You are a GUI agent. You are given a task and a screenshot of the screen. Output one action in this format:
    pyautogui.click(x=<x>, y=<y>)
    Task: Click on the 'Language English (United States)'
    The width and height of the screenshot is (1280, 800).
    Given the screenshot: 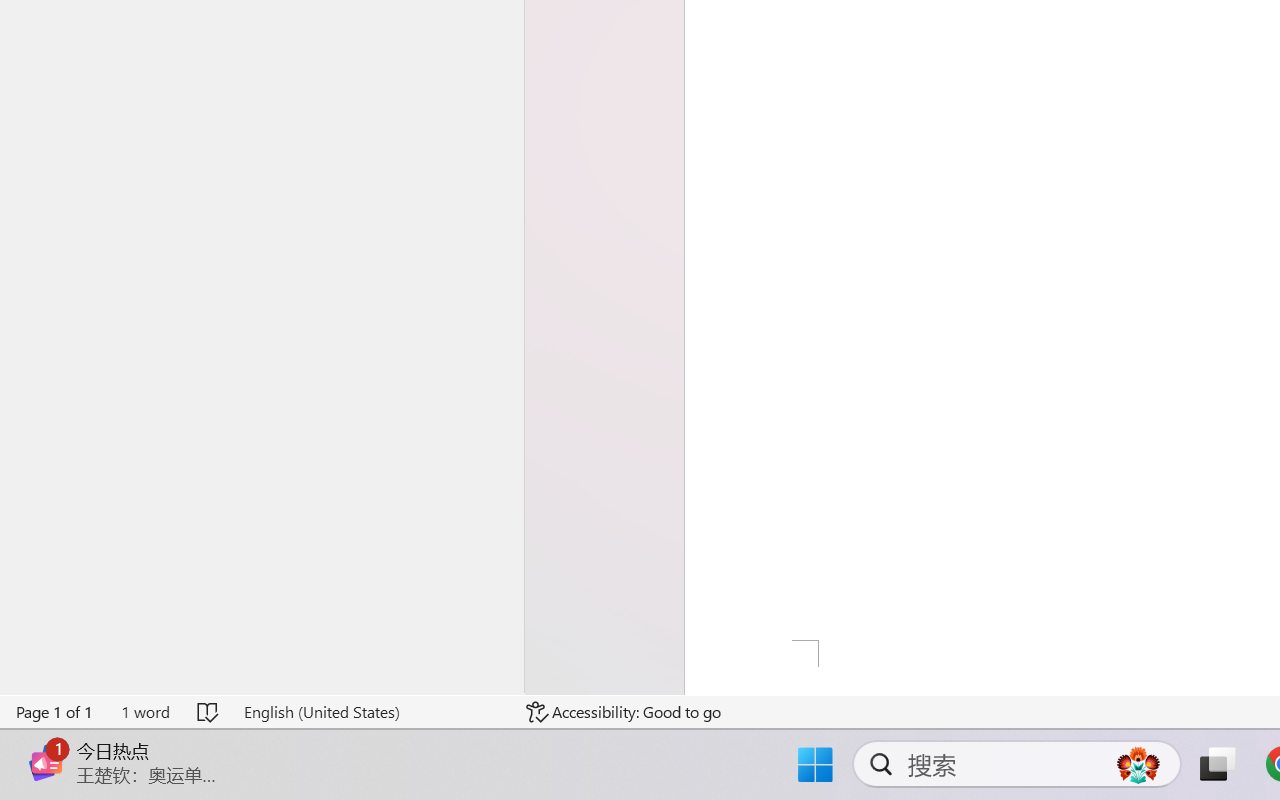 What is the action you would take?
    pyautogui.click(x=371, y=711)
    